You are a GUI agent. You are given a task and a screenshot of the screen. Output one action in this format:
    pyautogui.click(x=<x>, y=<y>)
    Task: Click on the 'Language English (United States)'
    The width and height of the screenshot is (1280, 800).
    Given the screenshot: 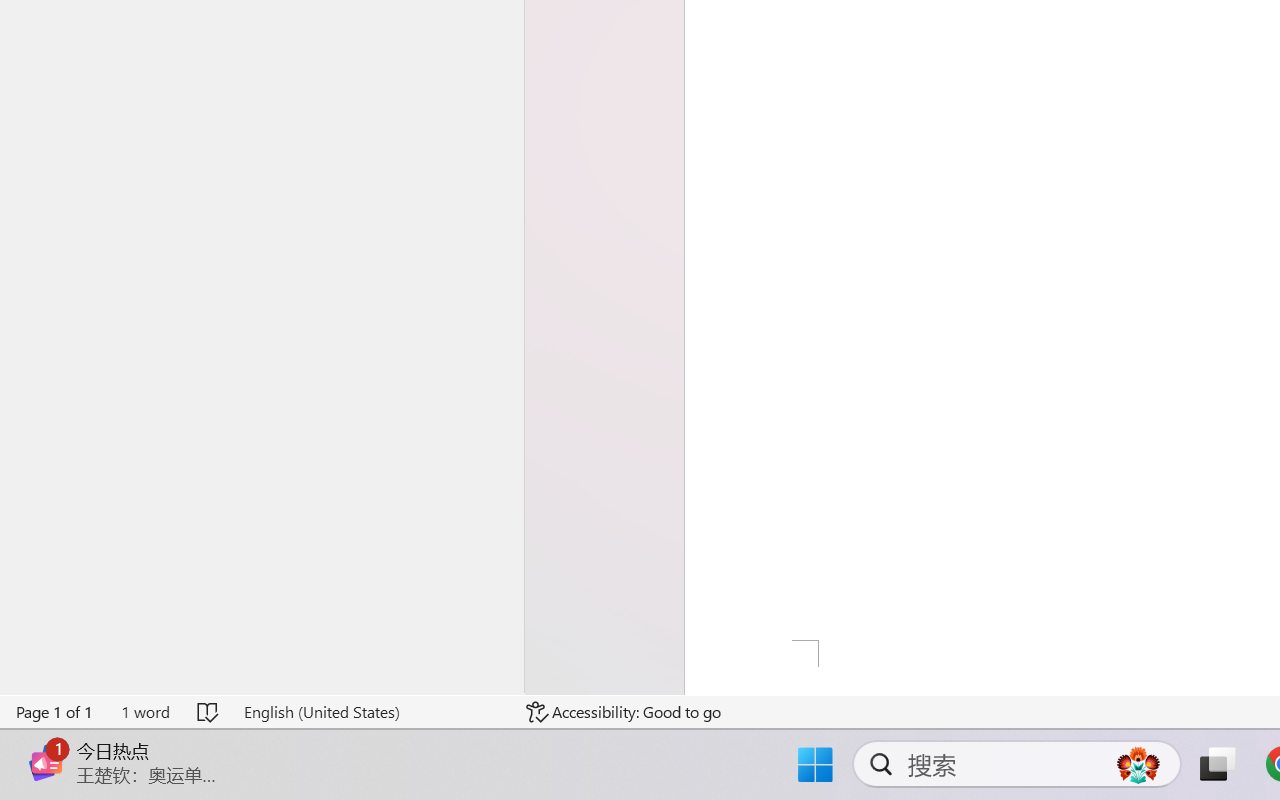 What is the action you would take?
    pyautogui.click(x=371, y=711)
    